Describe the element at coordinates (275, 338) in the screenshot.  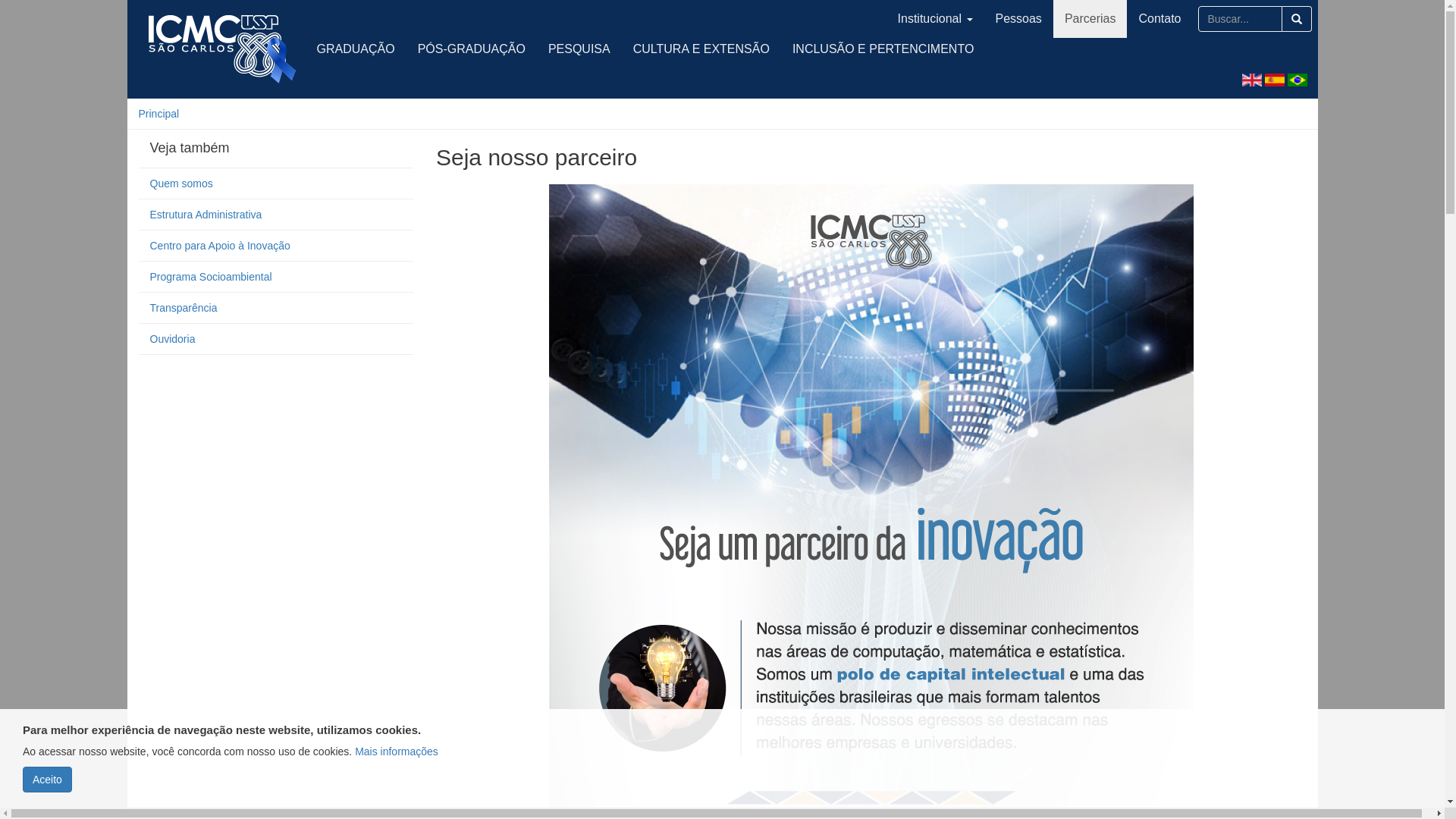
I see `'Ouvidoria'` at that location.